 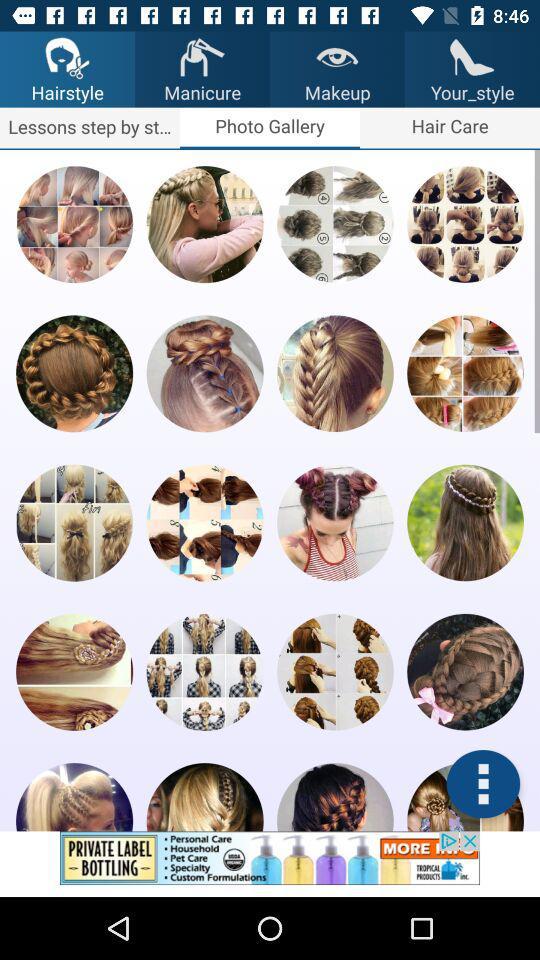 I want to click on an hairstyle, so click(x=335, y=224).